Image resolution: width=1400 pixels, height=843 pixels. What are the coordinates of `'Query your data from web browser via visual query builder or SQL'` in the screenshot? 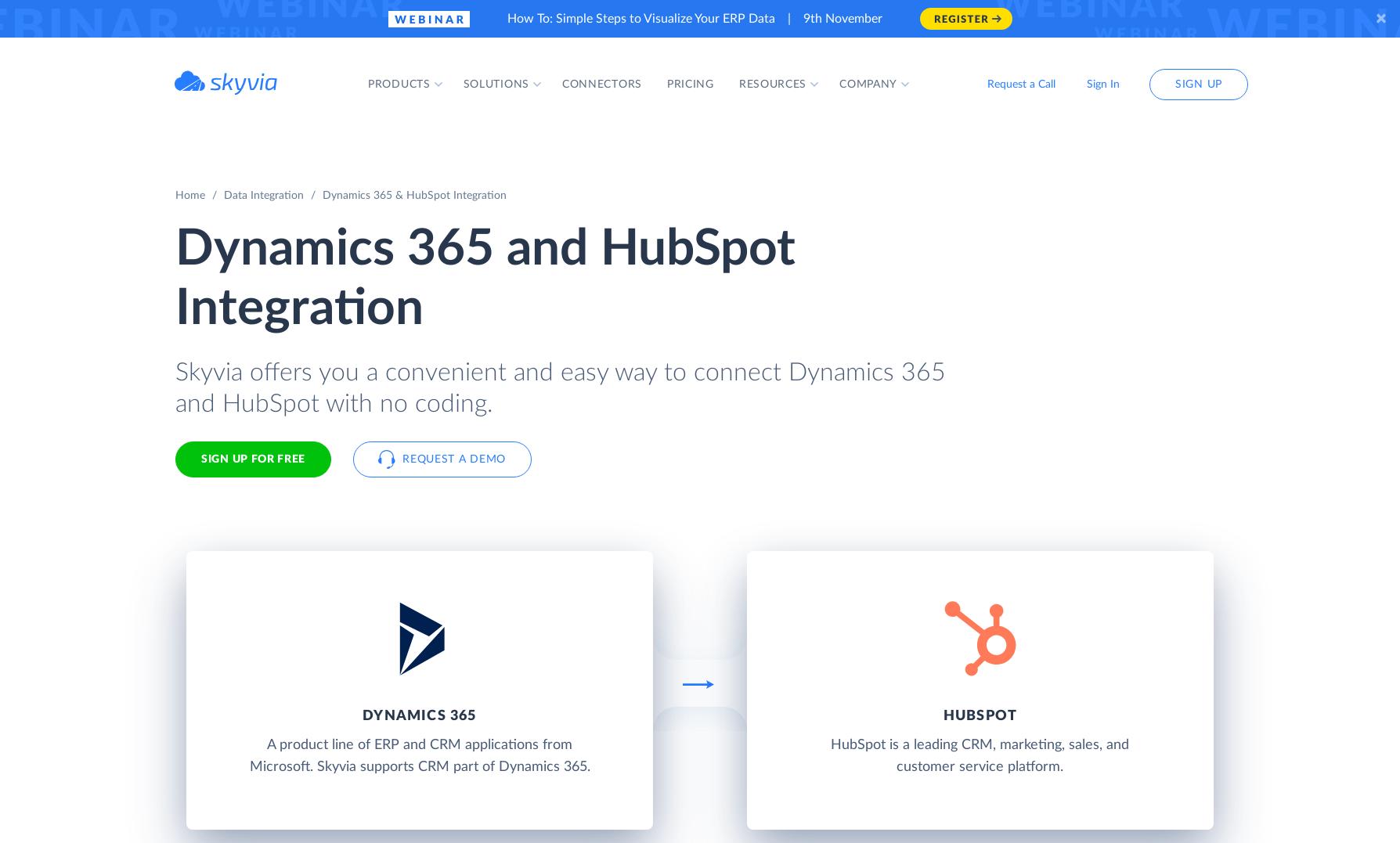 It's located at (579, 320).